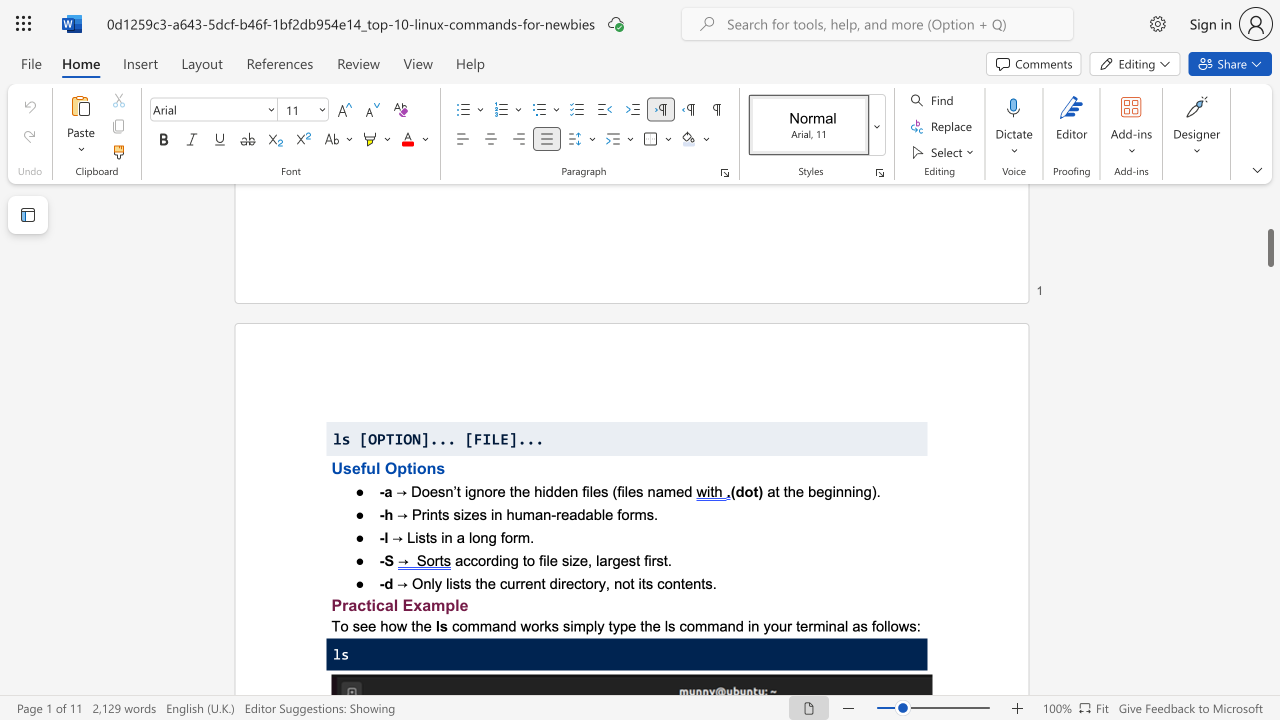 The image size is (1280, 720). What do you see at coordinates (424, 438) in the screenshot?
I see `the 1th character "]" in the text` at bounding box center [424, 438].